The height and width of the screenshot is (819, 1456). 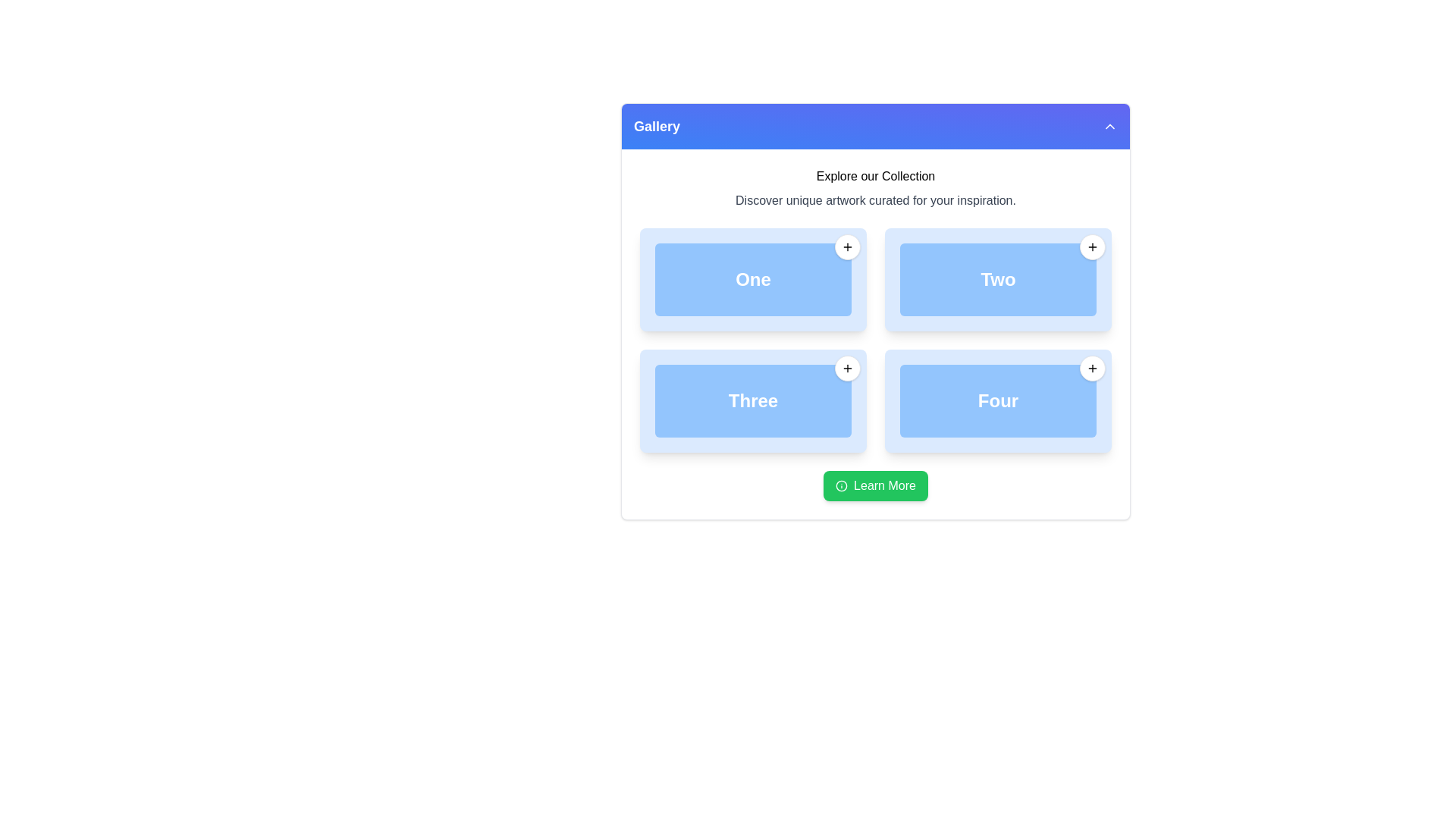 What do you see at coordinates (998, 280) in the screenshot?
I see `the button labeled 'Two' located in the second column of the first row in a grid layout` at bounding box center [998, 280].